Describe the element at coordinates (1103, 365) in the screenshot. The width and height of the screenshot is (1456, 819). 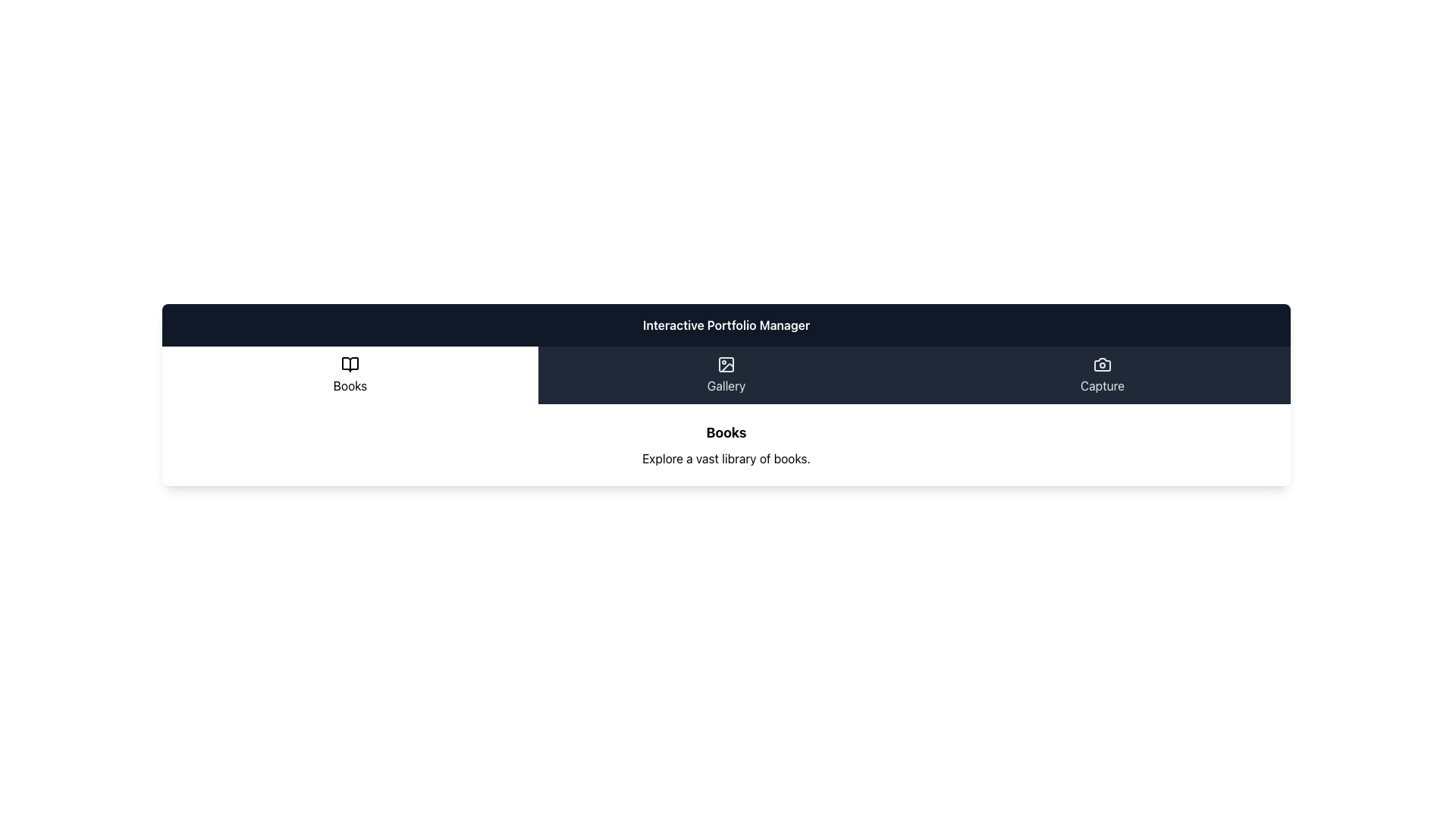
I see `the camera icon in the navigation bar under the 'Capture' section, which visually represents the 'Capture' functionality` at that location.